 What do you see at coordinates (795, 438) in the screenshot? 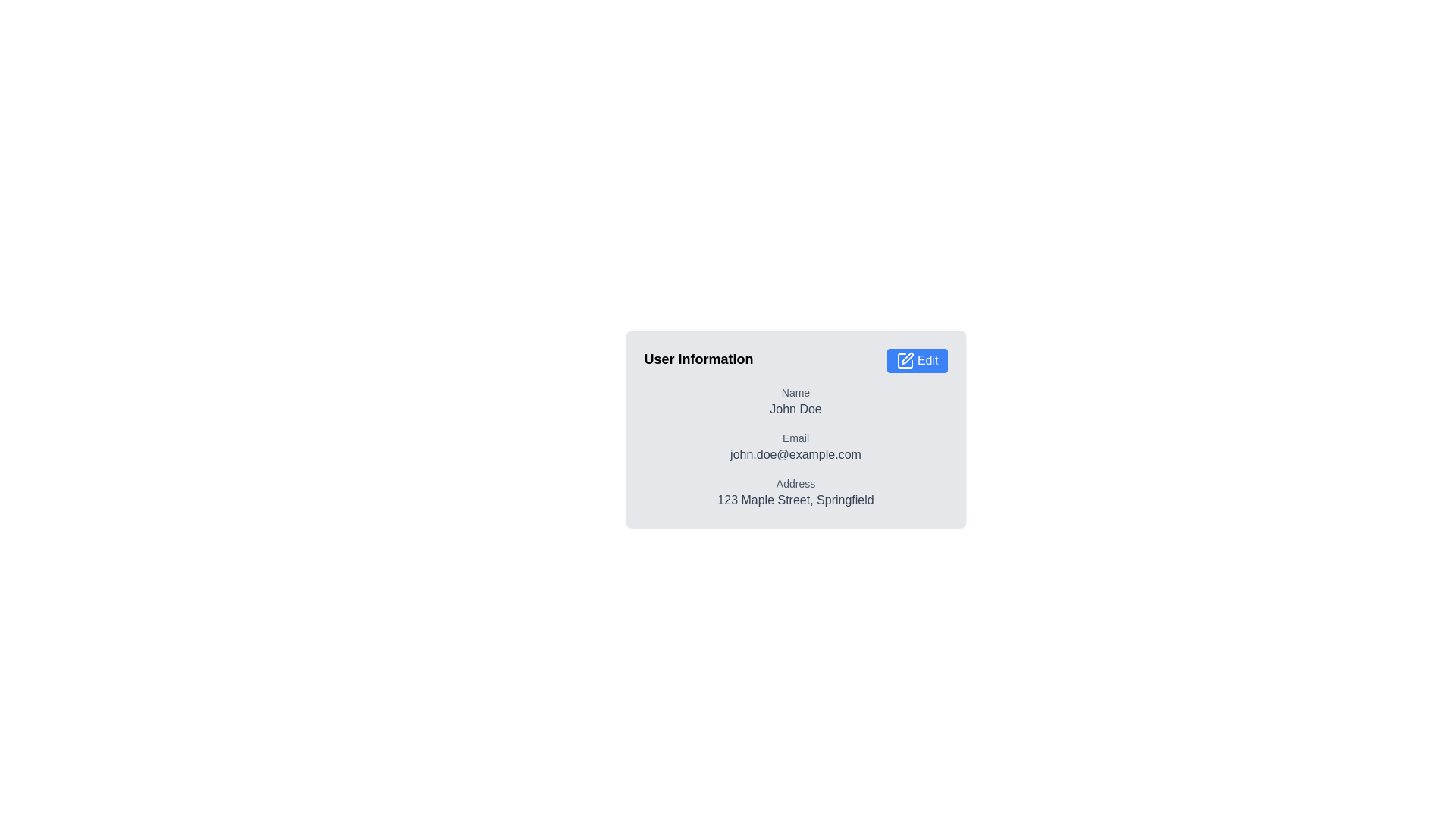
I see `the 'Email' text label which is displayed in a small gray font, centrally located within the 'User Information' panel above the email address text` at bounding box center [795, 438].